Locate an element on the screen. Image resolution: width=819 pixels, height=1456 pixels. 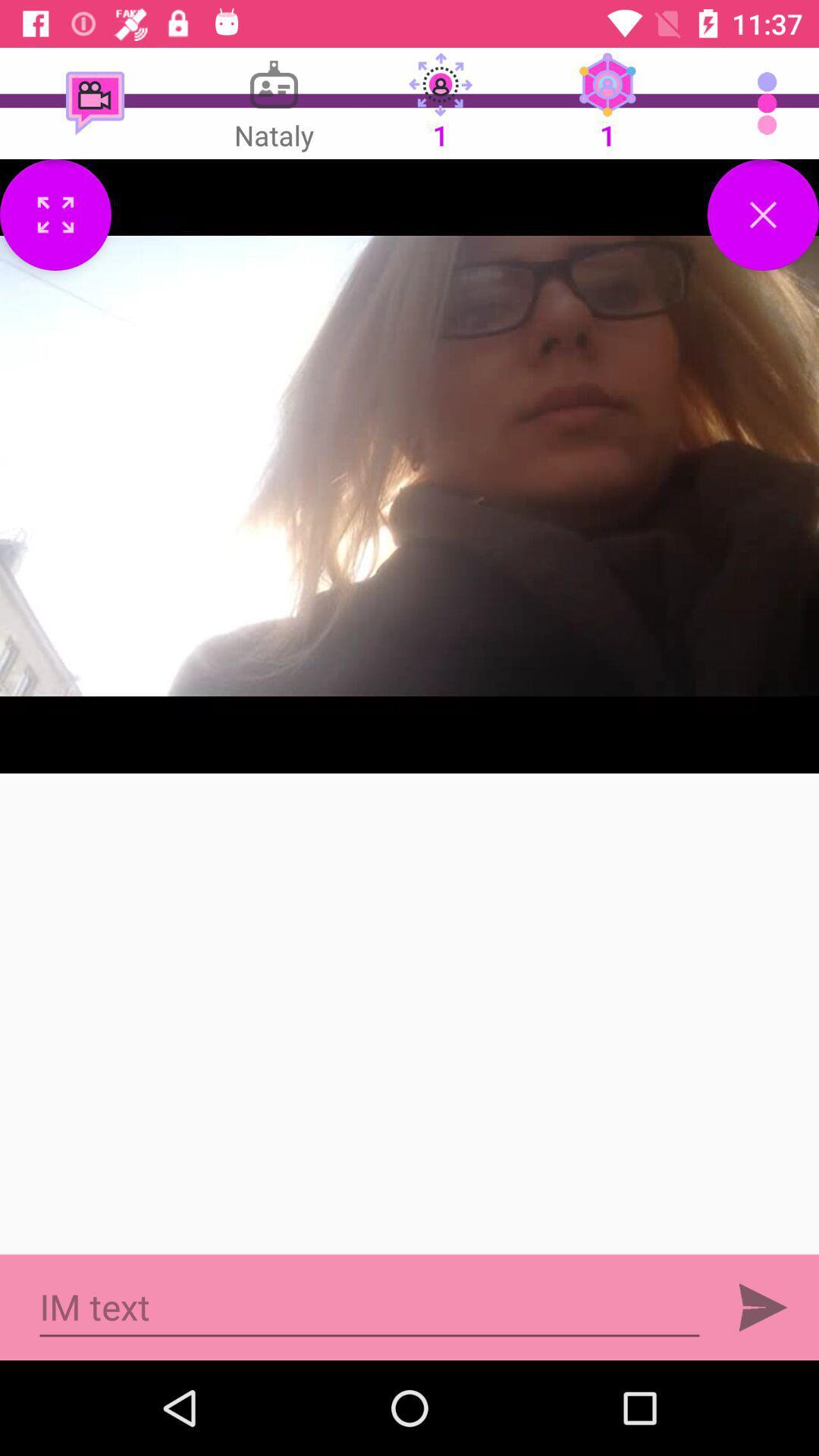
send message is located at coordinates (763, 1307).